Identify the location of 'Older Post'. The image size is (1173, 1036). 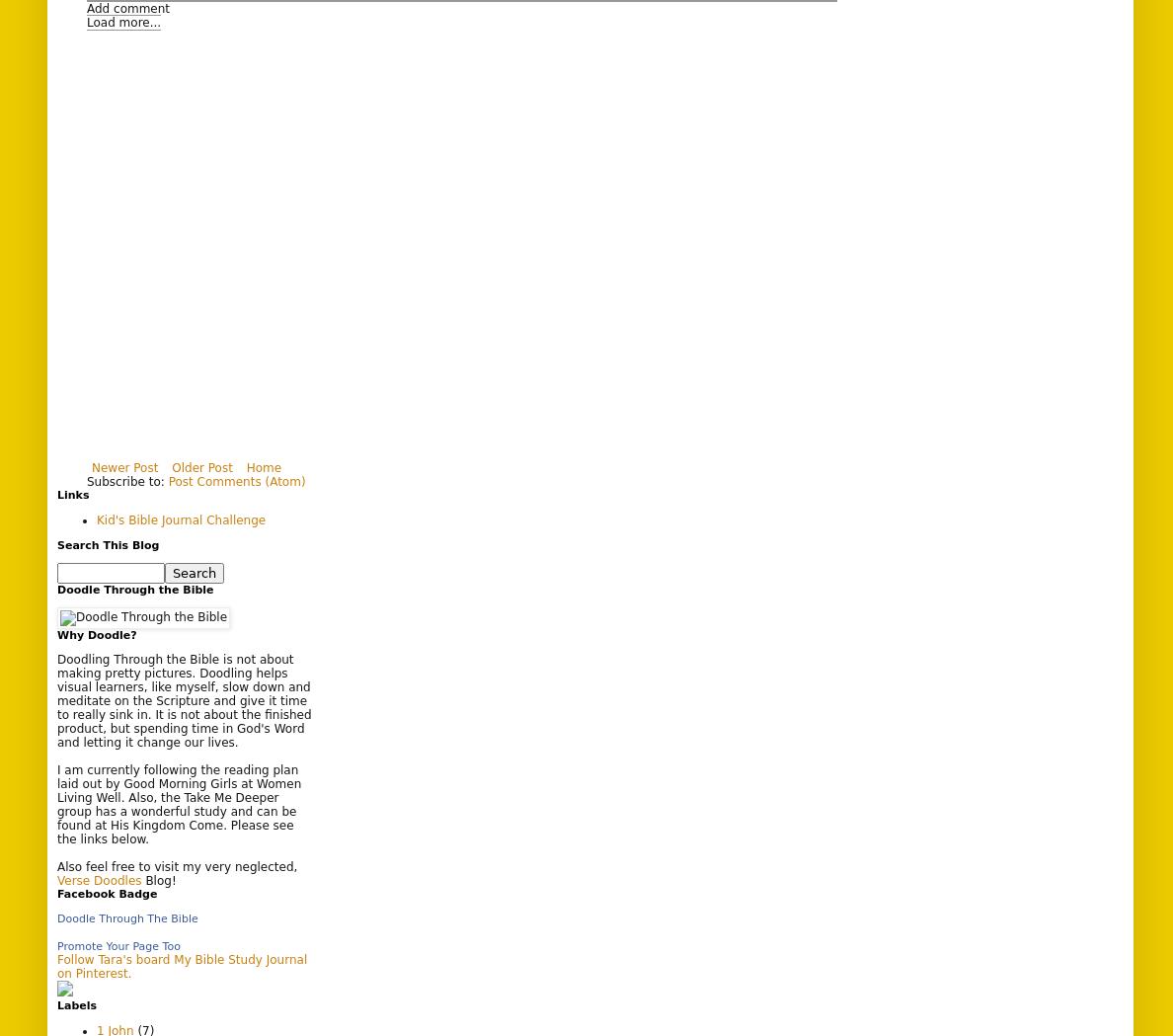
(172, 466).